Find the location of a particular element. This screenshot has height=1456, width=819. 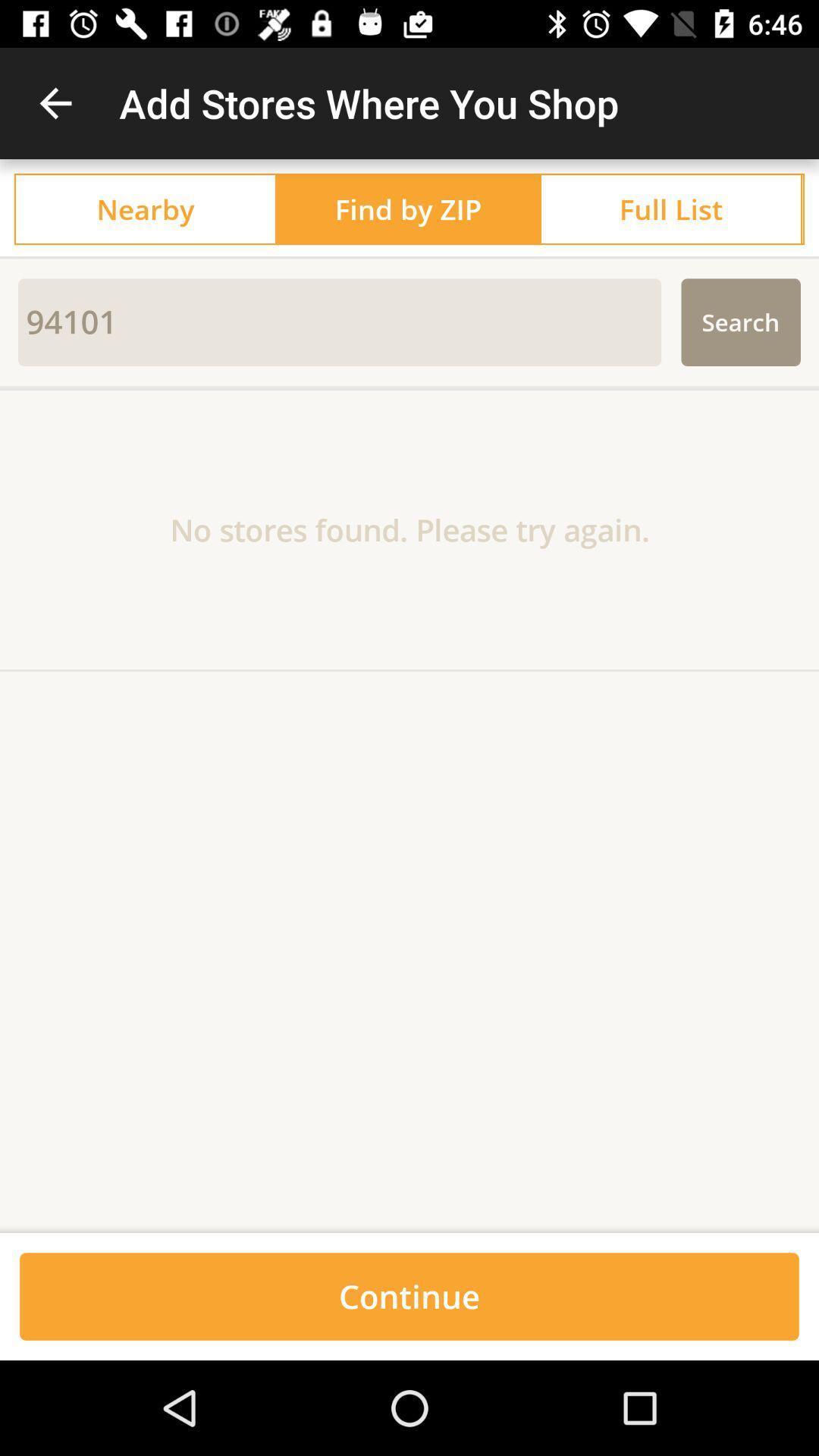

the item next to add stores where icon is located at coordinates (55, 102).